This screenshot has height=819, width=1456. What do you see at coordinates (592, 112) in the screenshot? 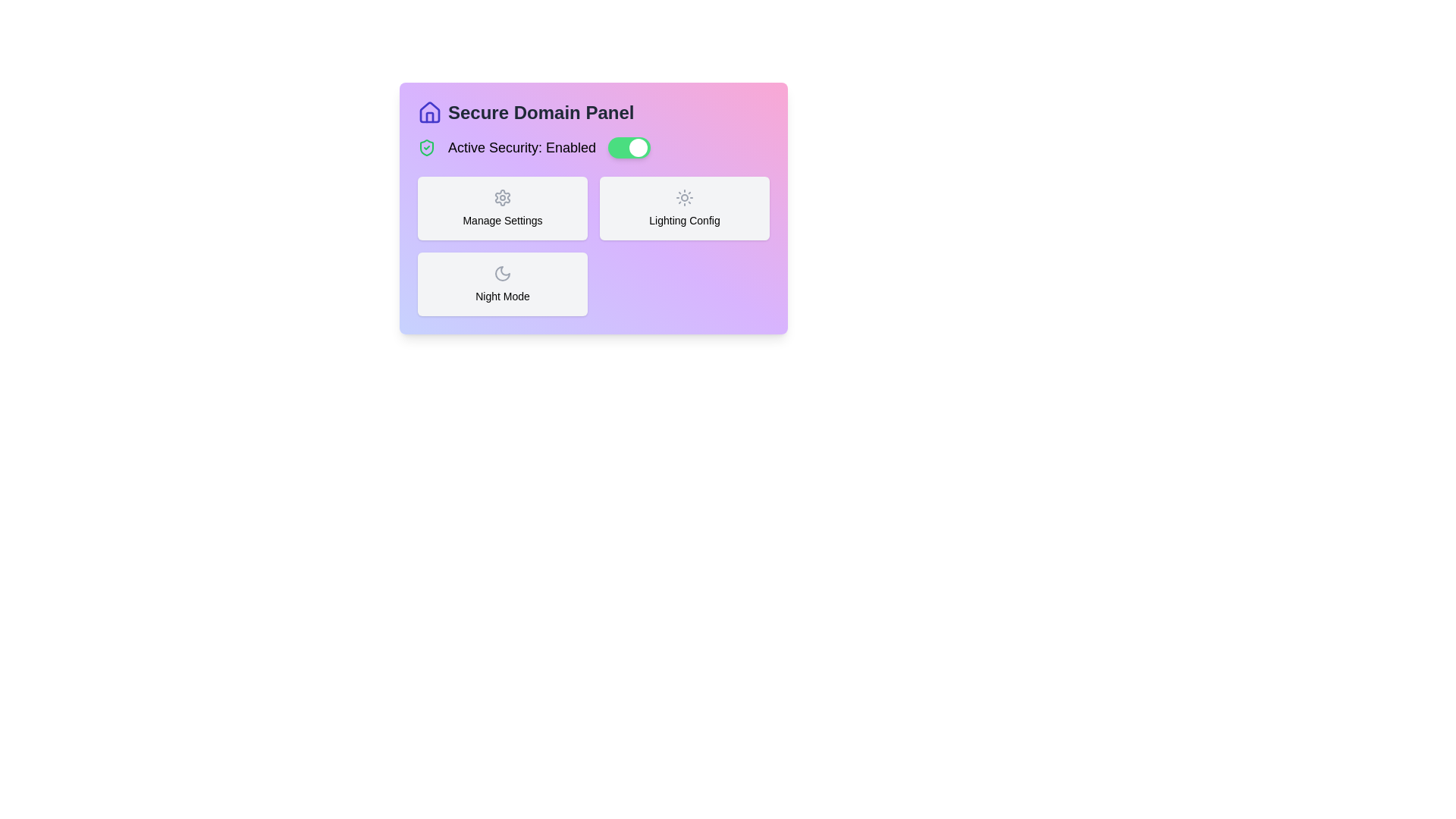
I see `the Text Label that displays the title of the panel, located above the text 'Active Security: Enabled'` at bounding box center [592, 112].